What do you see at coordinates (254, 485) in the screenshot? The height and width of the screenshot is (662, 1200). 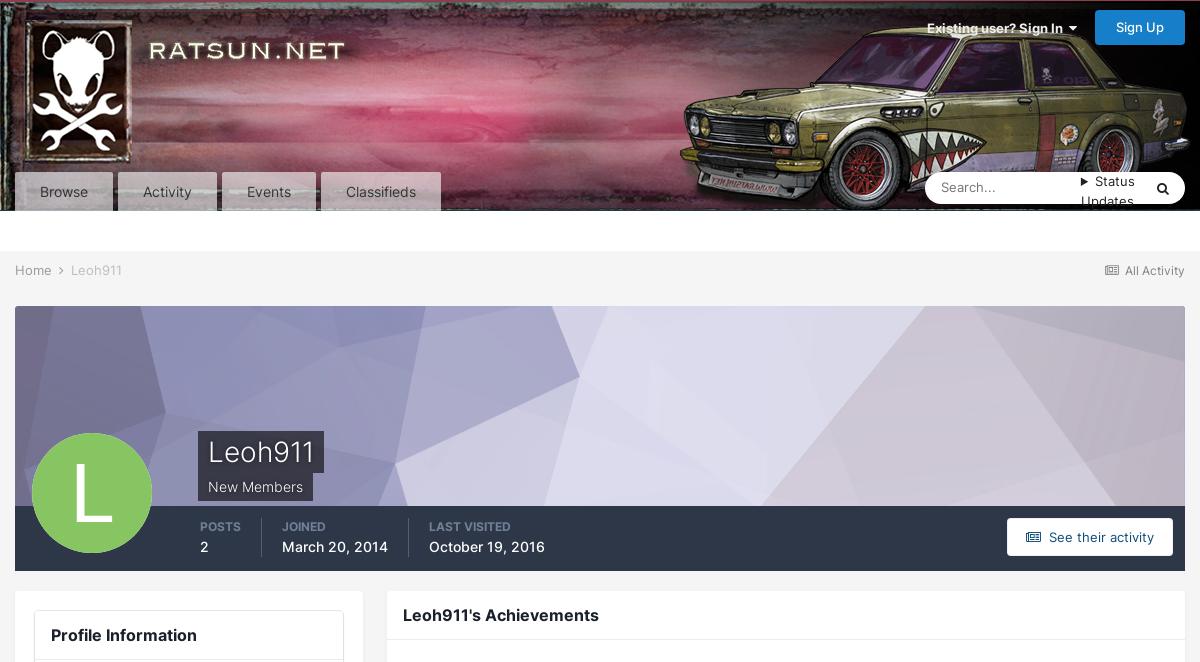 I see `'New Members'` at bounding box center [254, 485].